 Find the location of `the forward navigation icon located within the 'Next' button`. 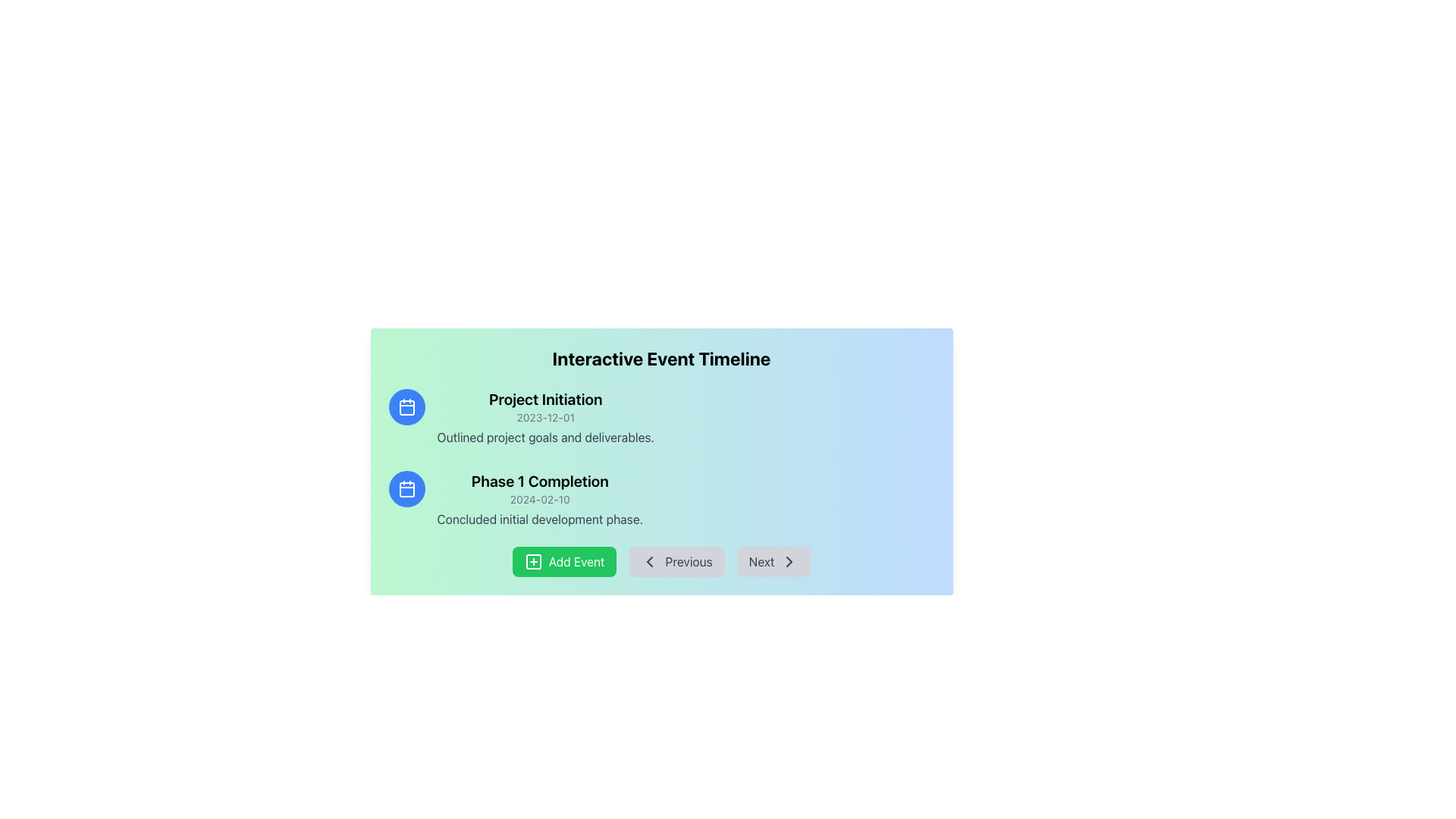

the forward navigation icon located within the 'Next' button is located at coordinates (789, 561).